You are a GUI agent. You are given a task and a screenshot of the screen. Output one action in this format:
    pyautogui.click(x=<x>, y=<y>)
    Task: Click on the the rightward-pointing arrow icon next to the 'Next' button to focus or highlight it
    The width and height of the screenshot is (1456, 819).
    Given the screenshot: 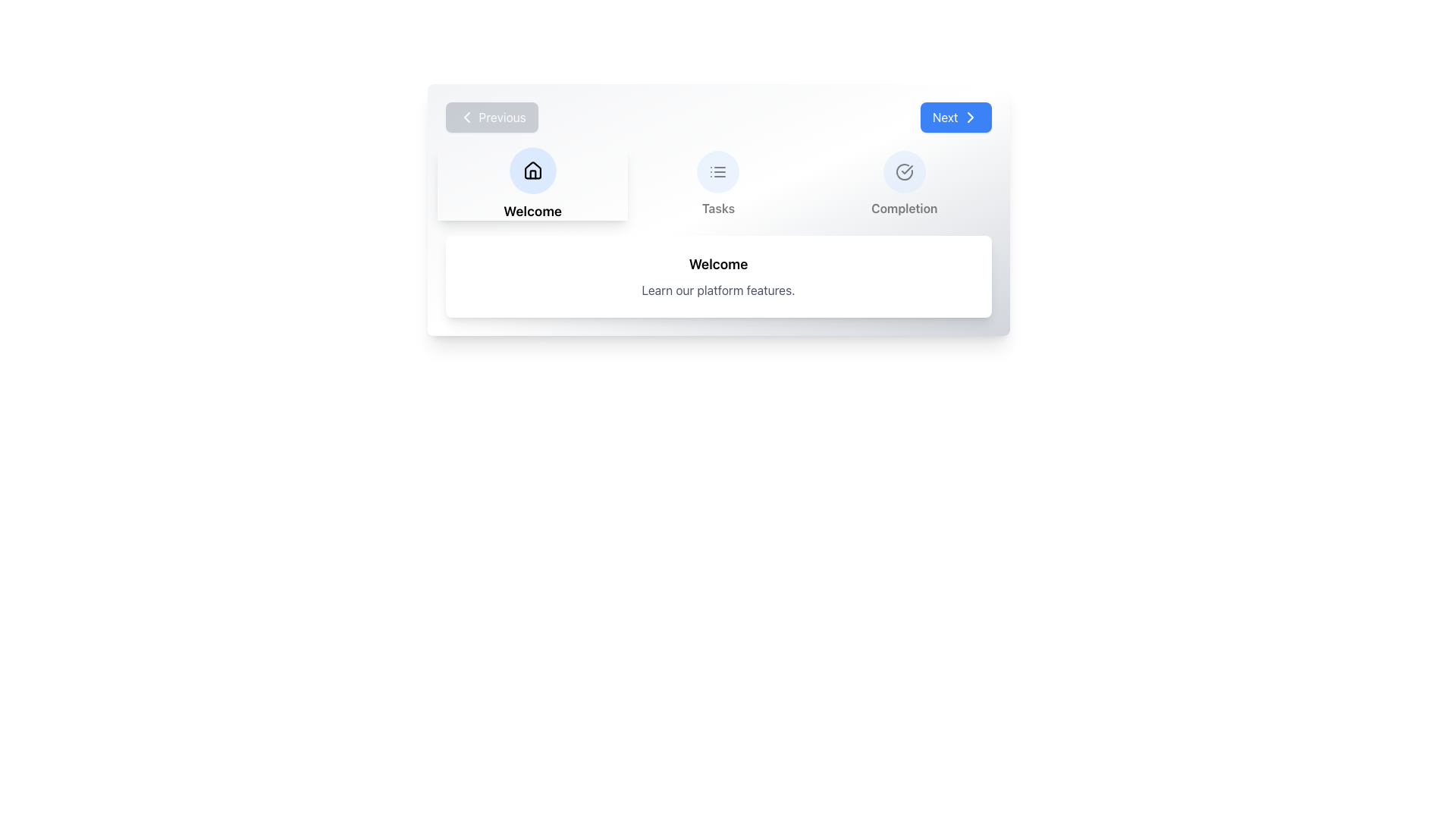 What is the action you would take?
    pyautogui.click(x=969, y=116)
    